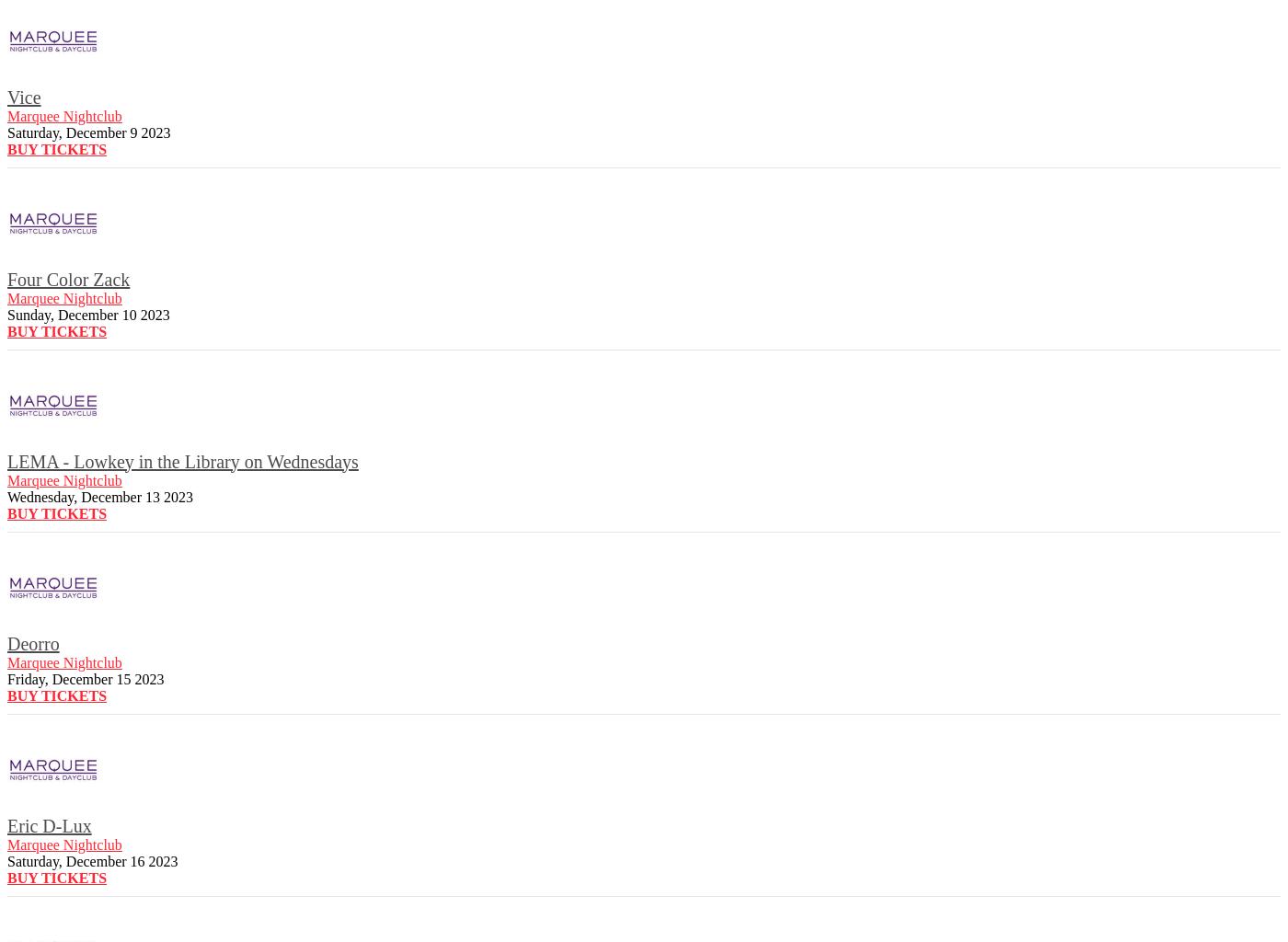 The height and width of the screenshot is (942, 1288). Describe the element at coordinates (182, 460) in the screenshot. I see `'LEMA - Lowkey in the Library on Wednesdays'` at that location.